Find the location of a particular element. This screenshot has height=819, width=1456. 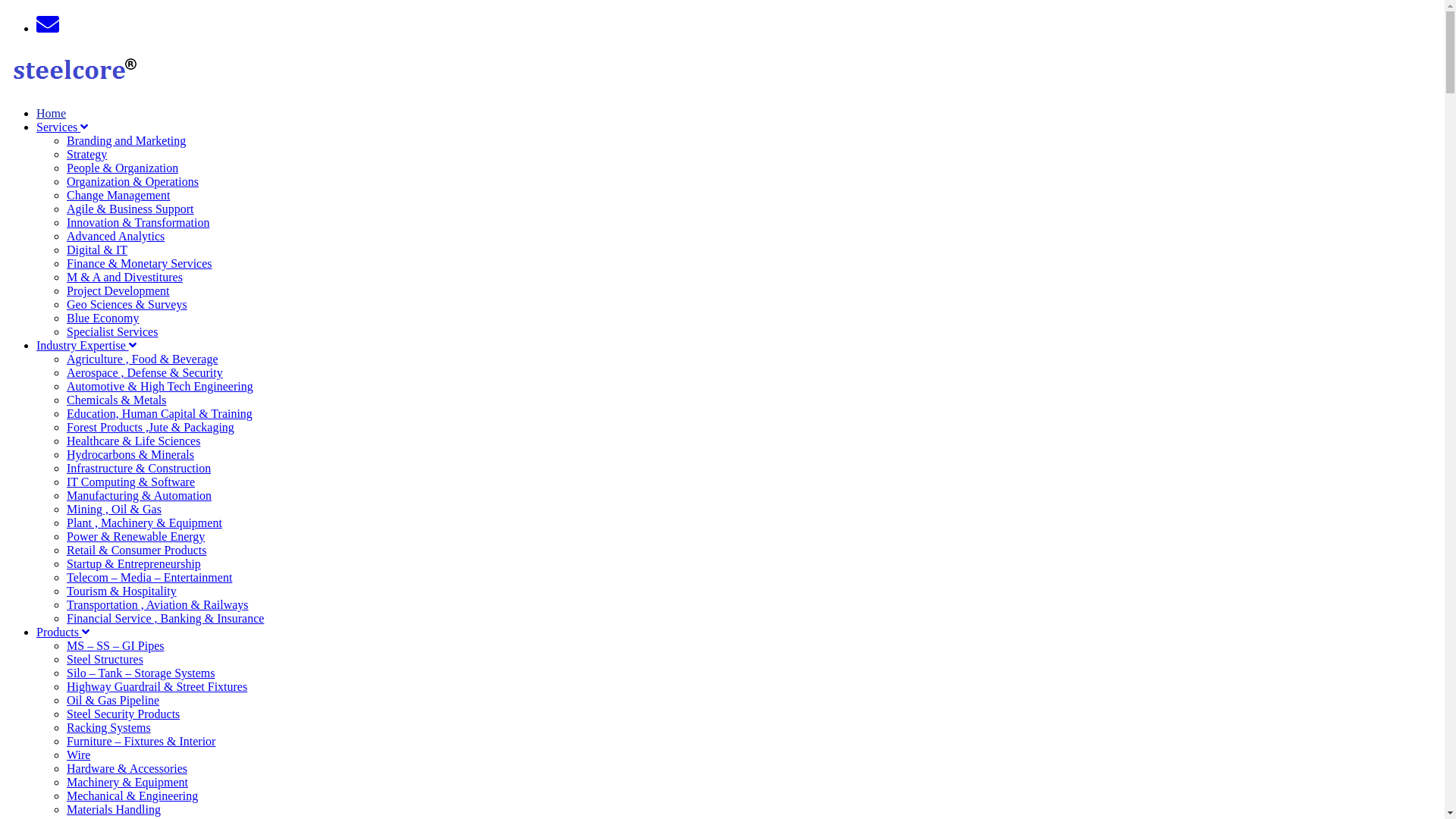

'Agile & Business Support' is located at coordinates (65, 209).